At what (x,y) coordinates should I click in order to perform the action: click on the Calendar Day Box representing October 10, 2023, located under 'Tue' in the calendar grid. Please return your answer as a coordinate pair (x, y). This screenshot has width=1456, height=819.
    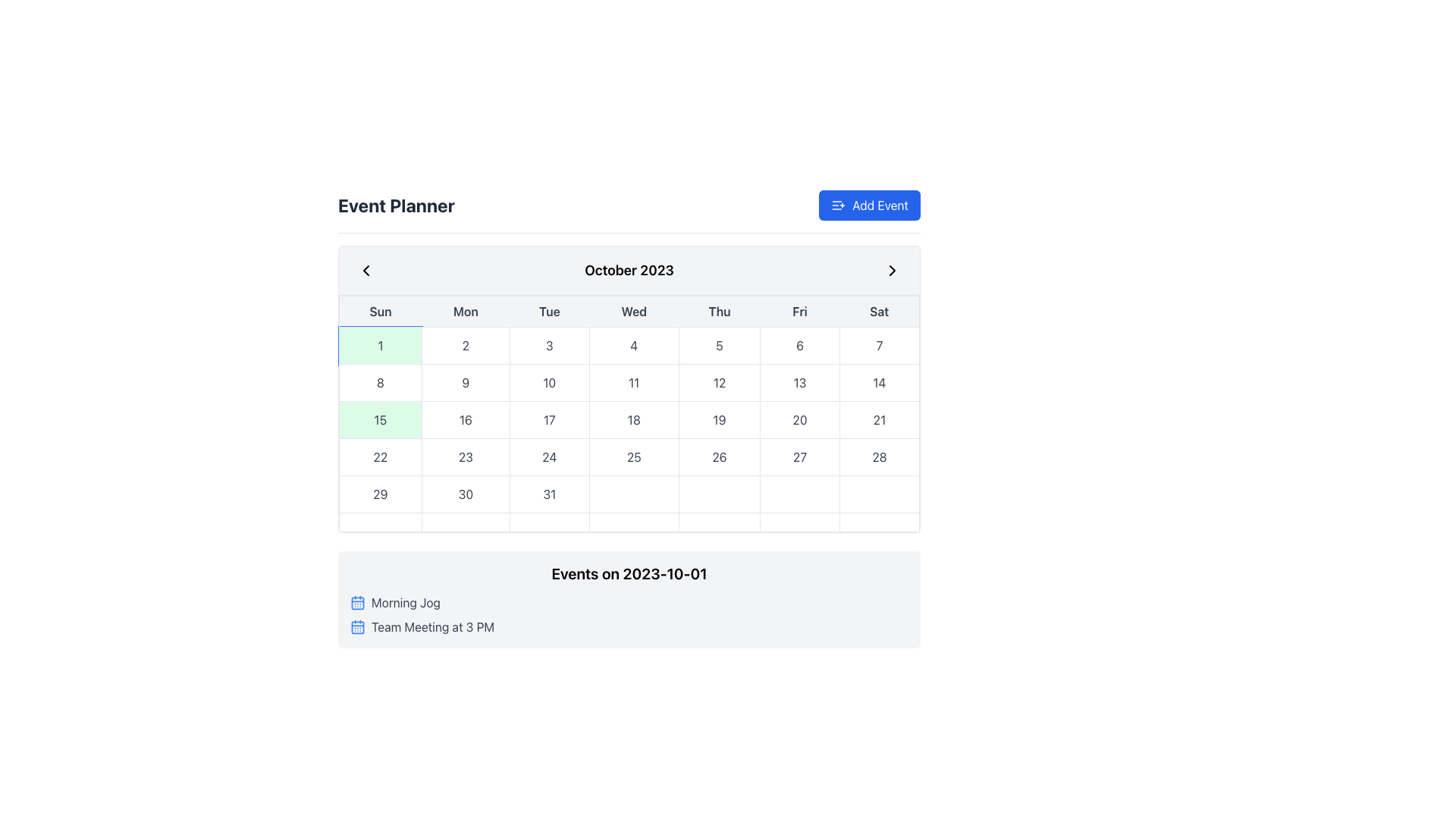
    Looking at the image, I should click on (548, 382).